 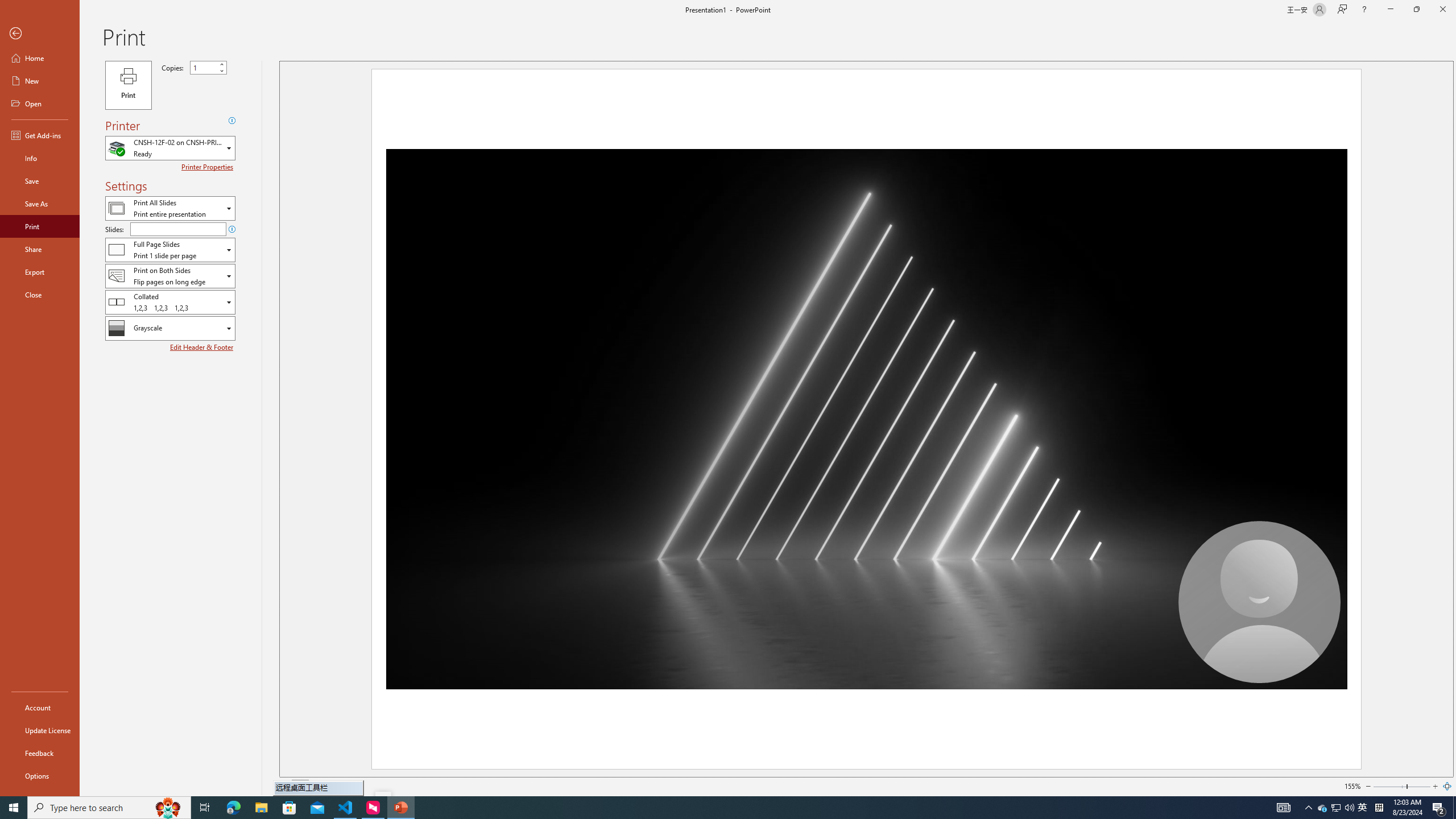 I want to click on 'Color/Grayscale', so click(x=169, y=328).